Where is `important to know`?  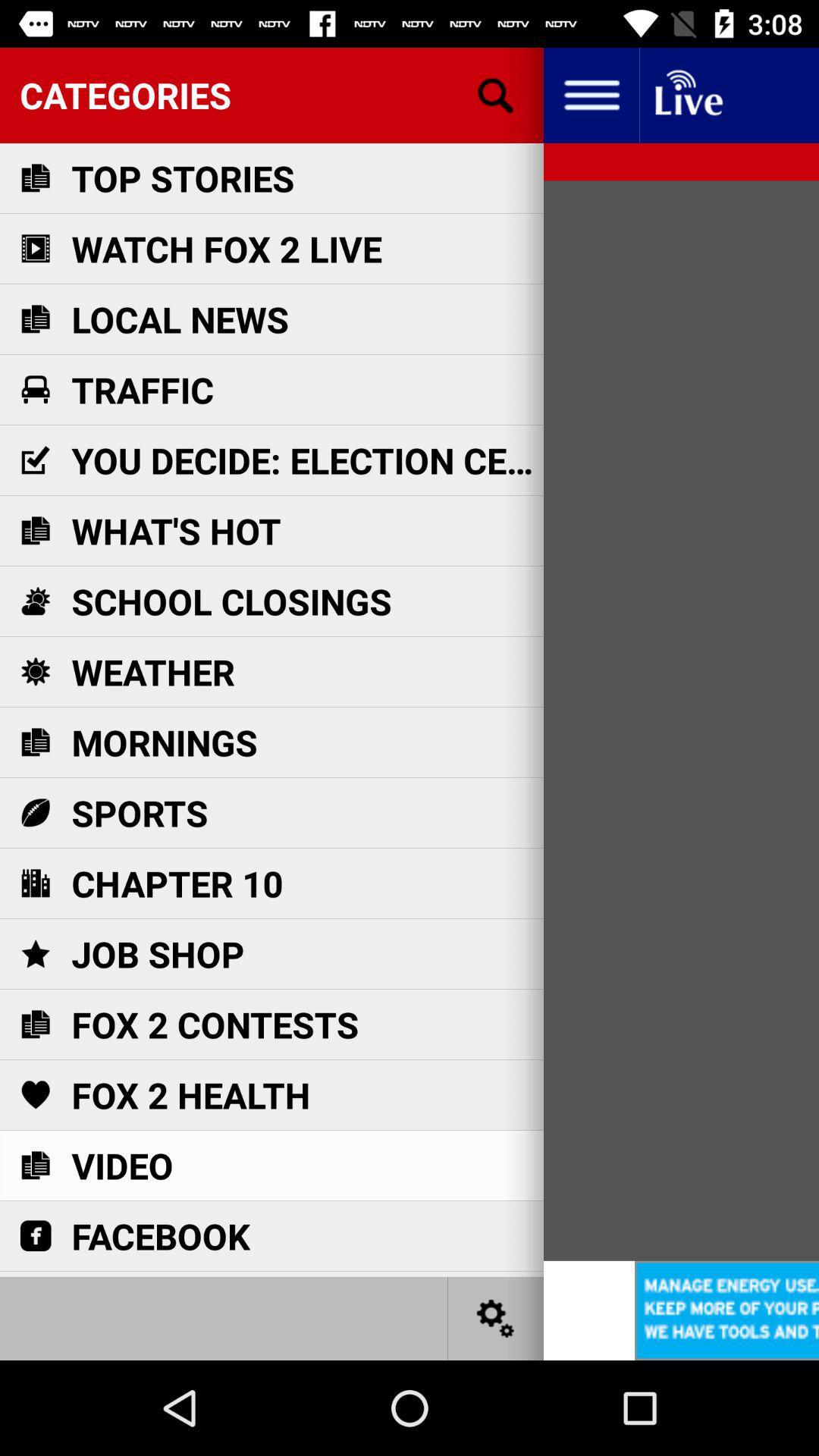
important to know is located at coordinates (687, 94).